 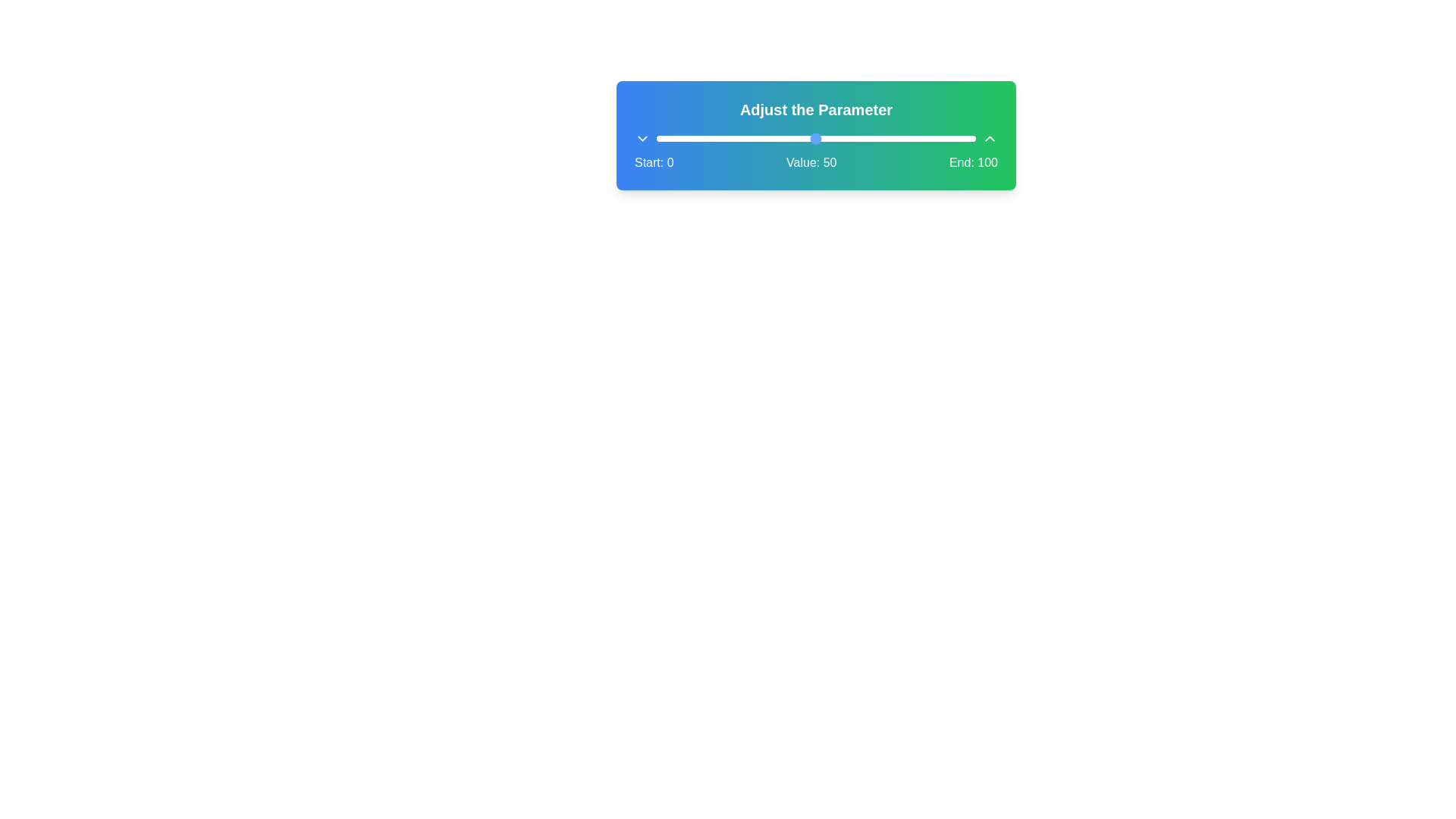 I want to click on the slider, so click(x=946, y=138).